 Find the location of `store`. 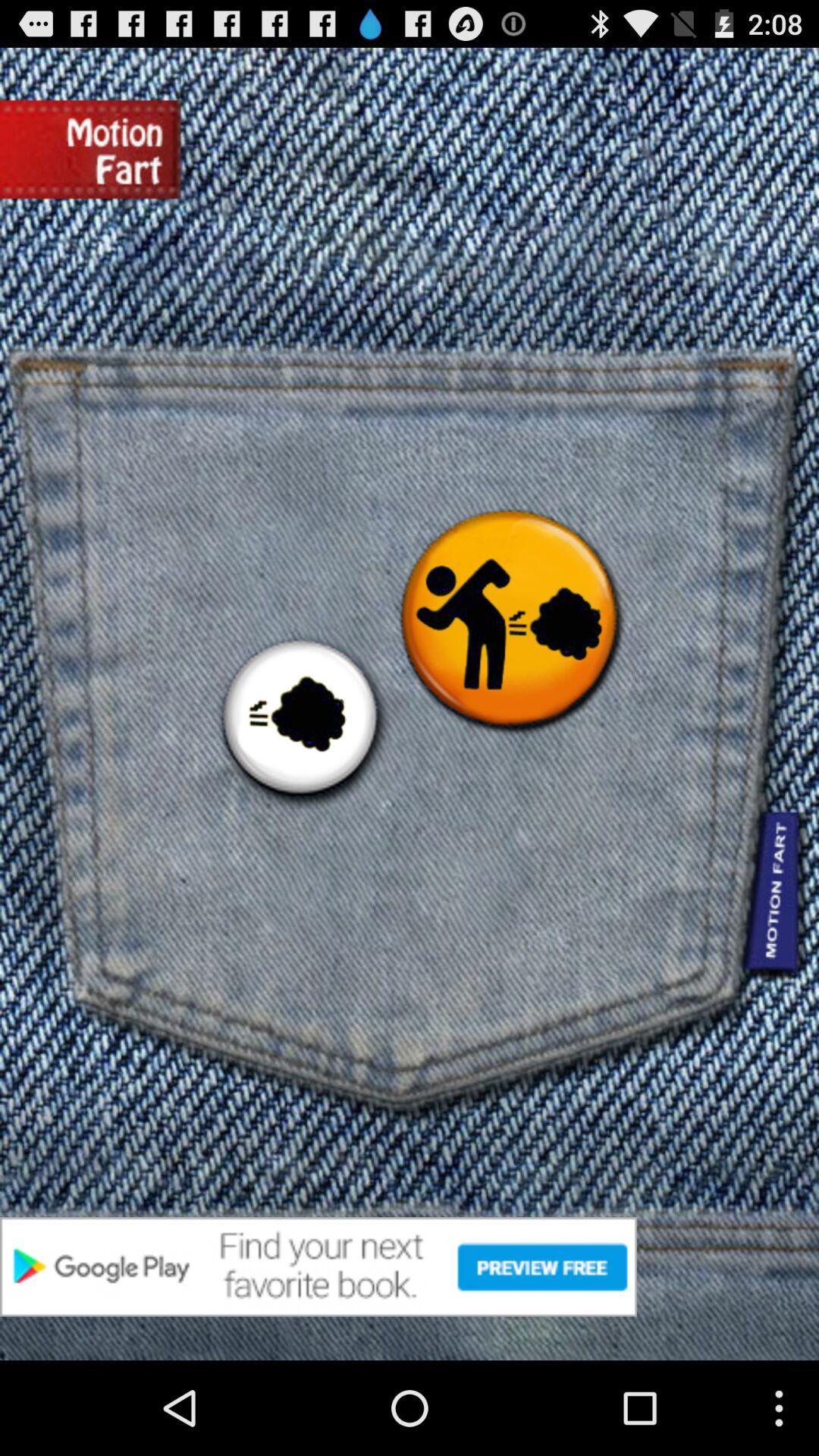

store is located at coordinates (409, 1266).